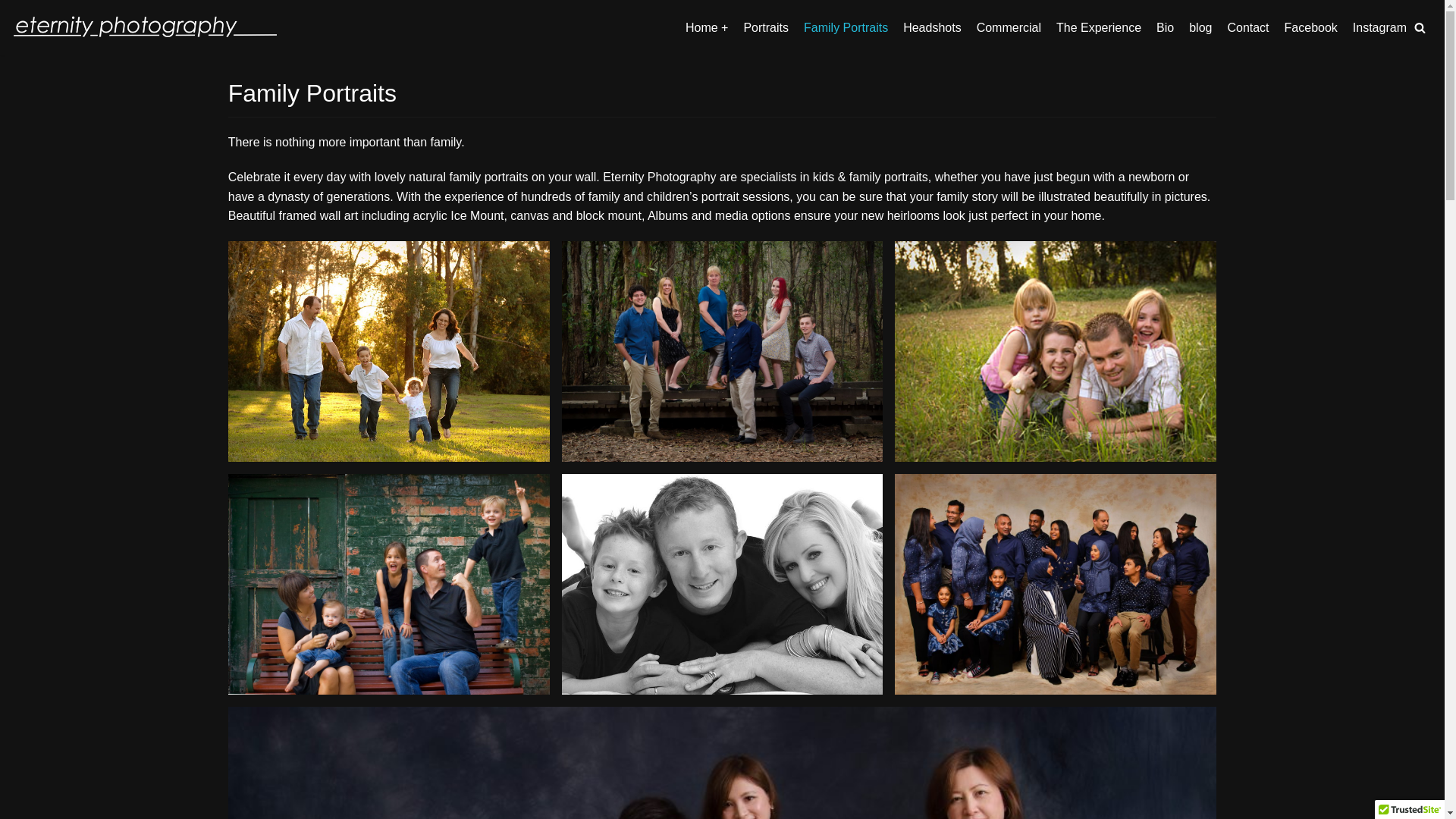  What do you see at coordinates (1055, 28) in the screenshot?
I see `'The Experience'` at bounding box center [1055, 28].